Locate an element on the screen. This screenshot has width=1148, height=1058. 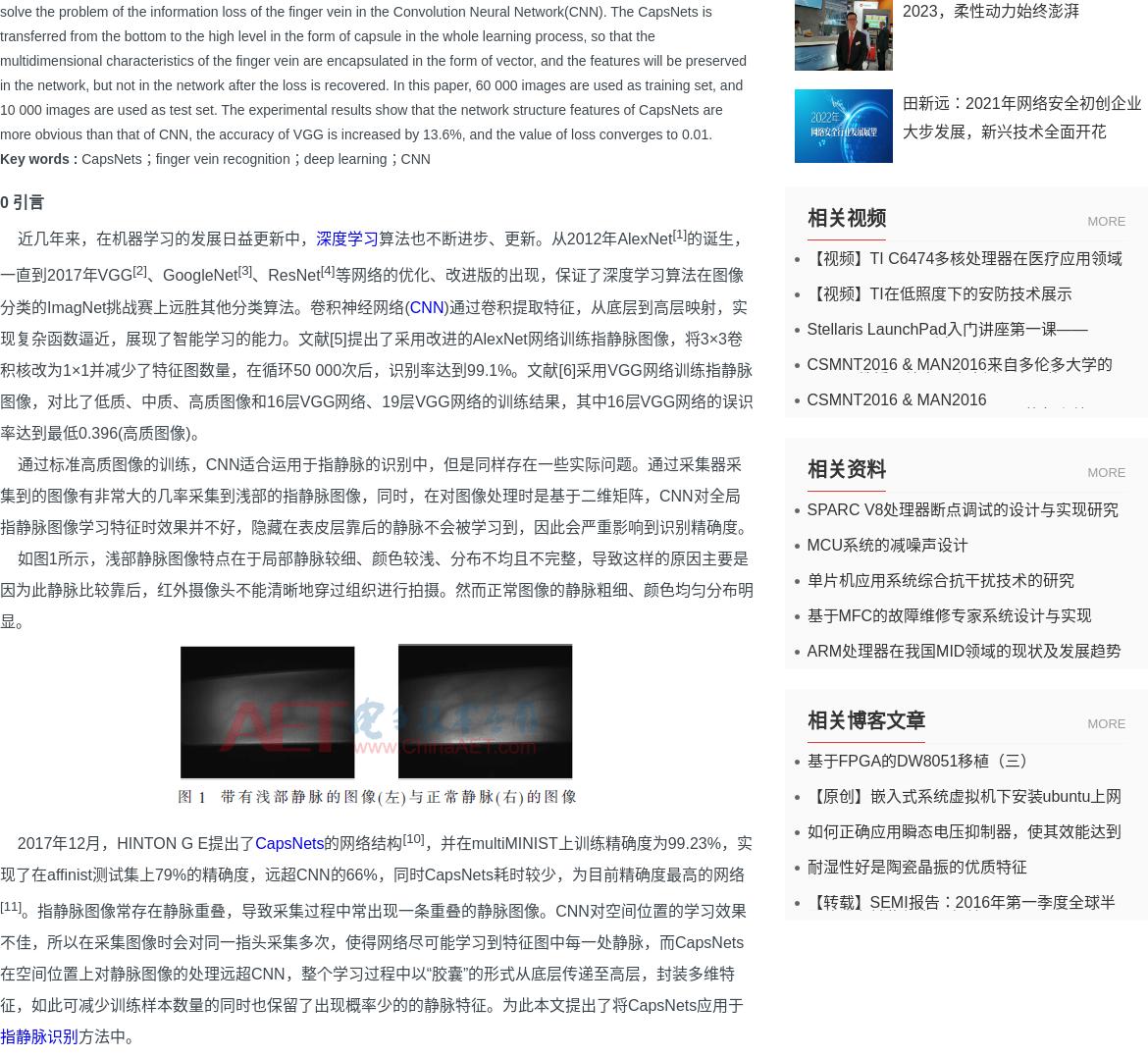
'【视频】TI在低照度下的安防技术展示' is located at coordinates (937, 293).